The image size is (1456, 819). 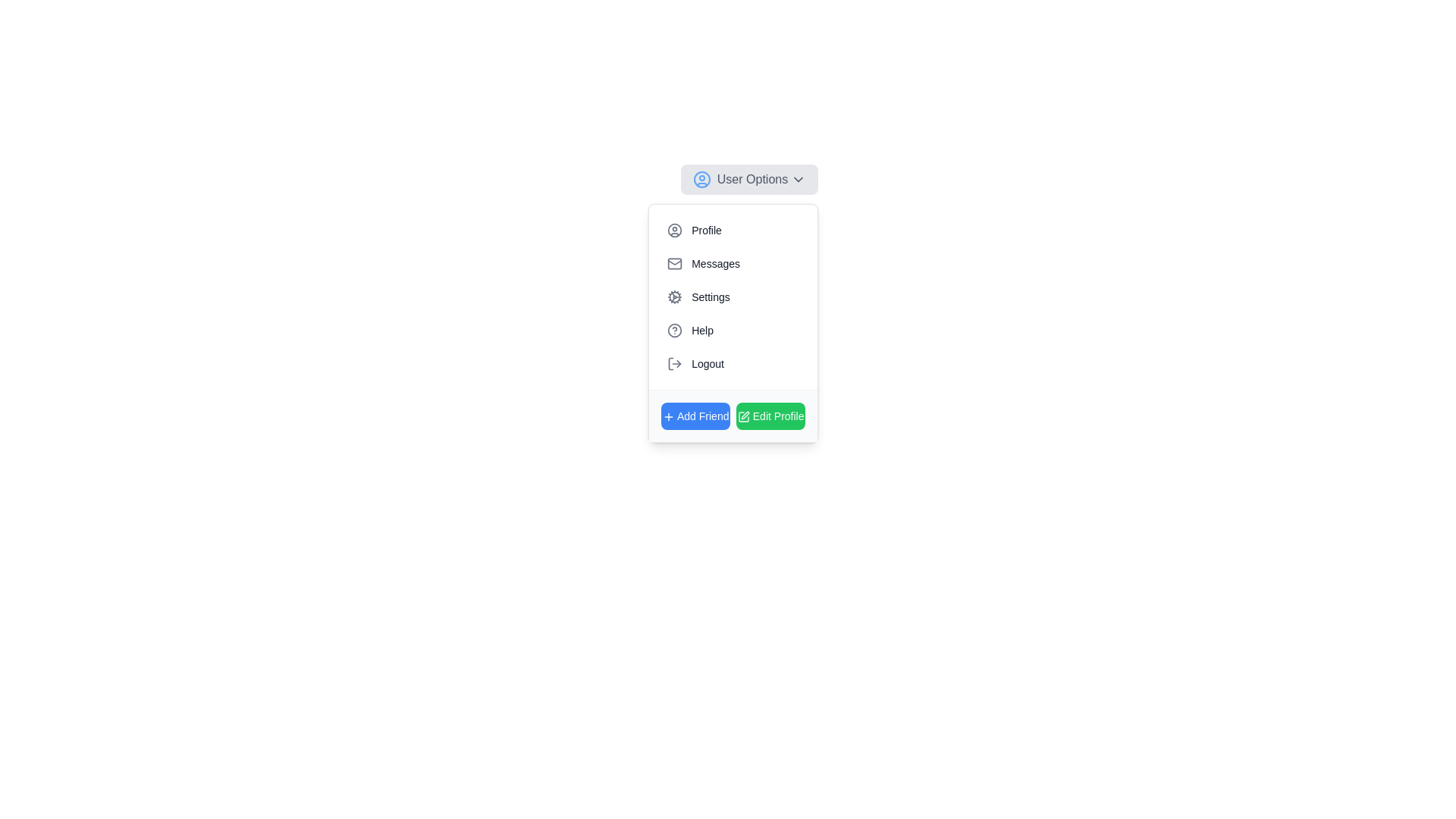 What do you see at coordinates (674, 297) in the screenshot?
I see `the cogwheel icon that serves as a visual indicator for the 'Settings' entry in the dropdown menu under 'User Options'` at bounding box center [674, 297].